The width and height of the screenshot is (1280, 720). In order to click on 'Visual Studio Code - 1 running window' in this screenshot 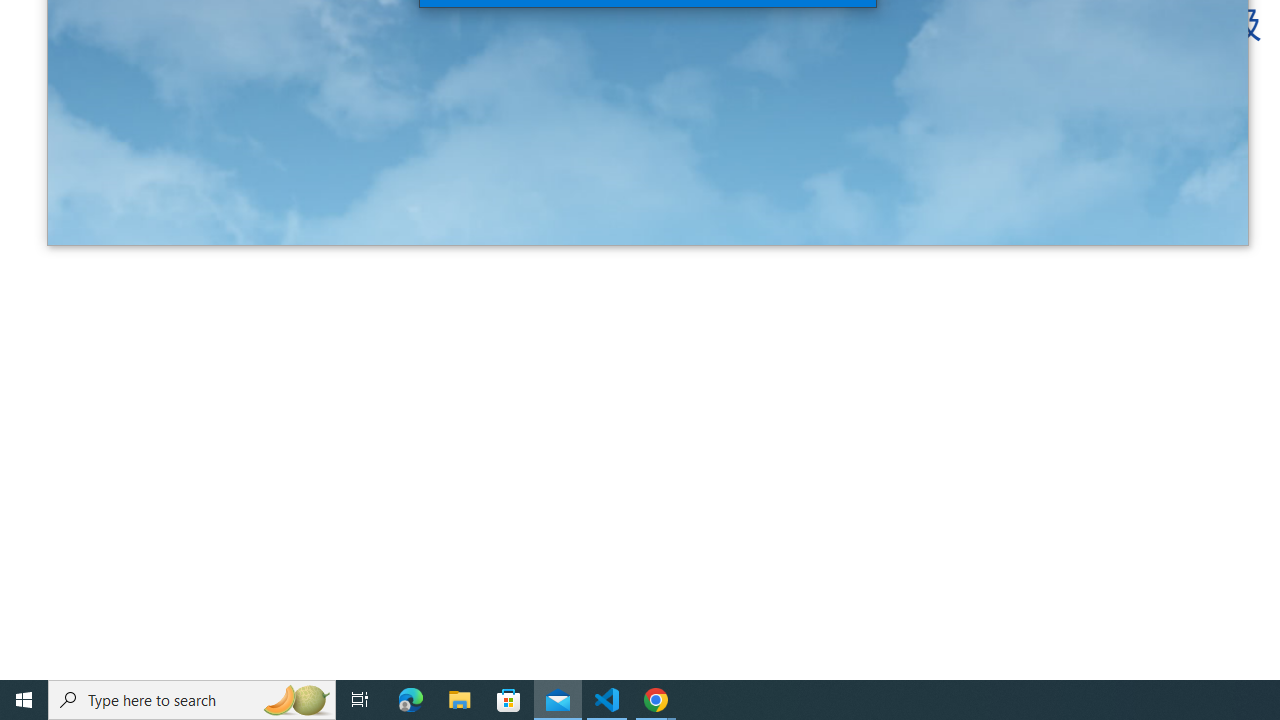, I will do `click(606, 698)`.